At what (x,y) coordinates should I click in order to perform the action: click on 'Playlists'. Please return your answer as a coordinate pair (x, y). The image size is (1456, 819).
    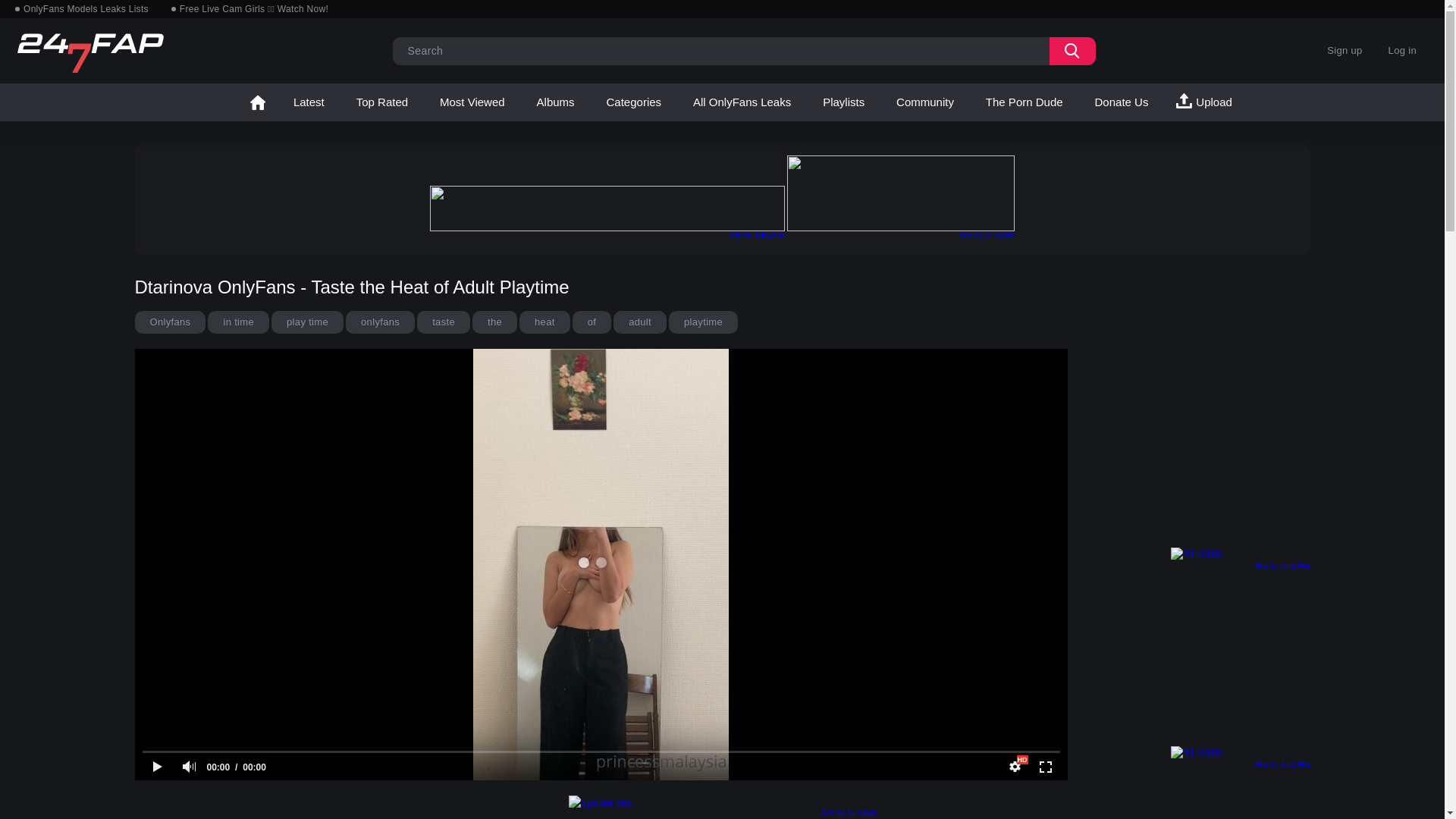
    Looking at the image, I should click on (843, 102).